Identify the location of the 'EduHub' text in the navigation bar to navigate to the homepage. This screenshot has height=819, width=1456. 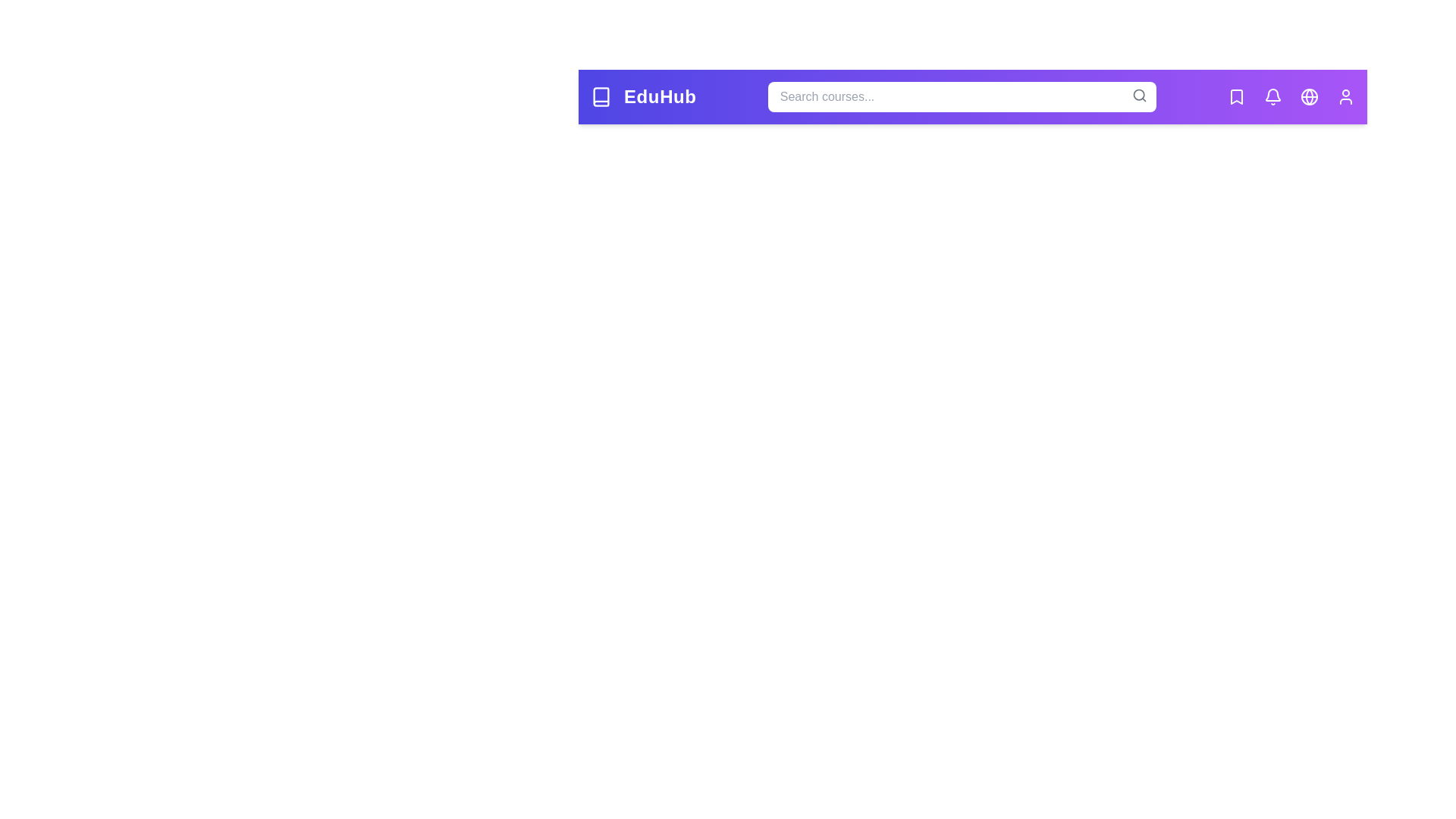
(659, 96).